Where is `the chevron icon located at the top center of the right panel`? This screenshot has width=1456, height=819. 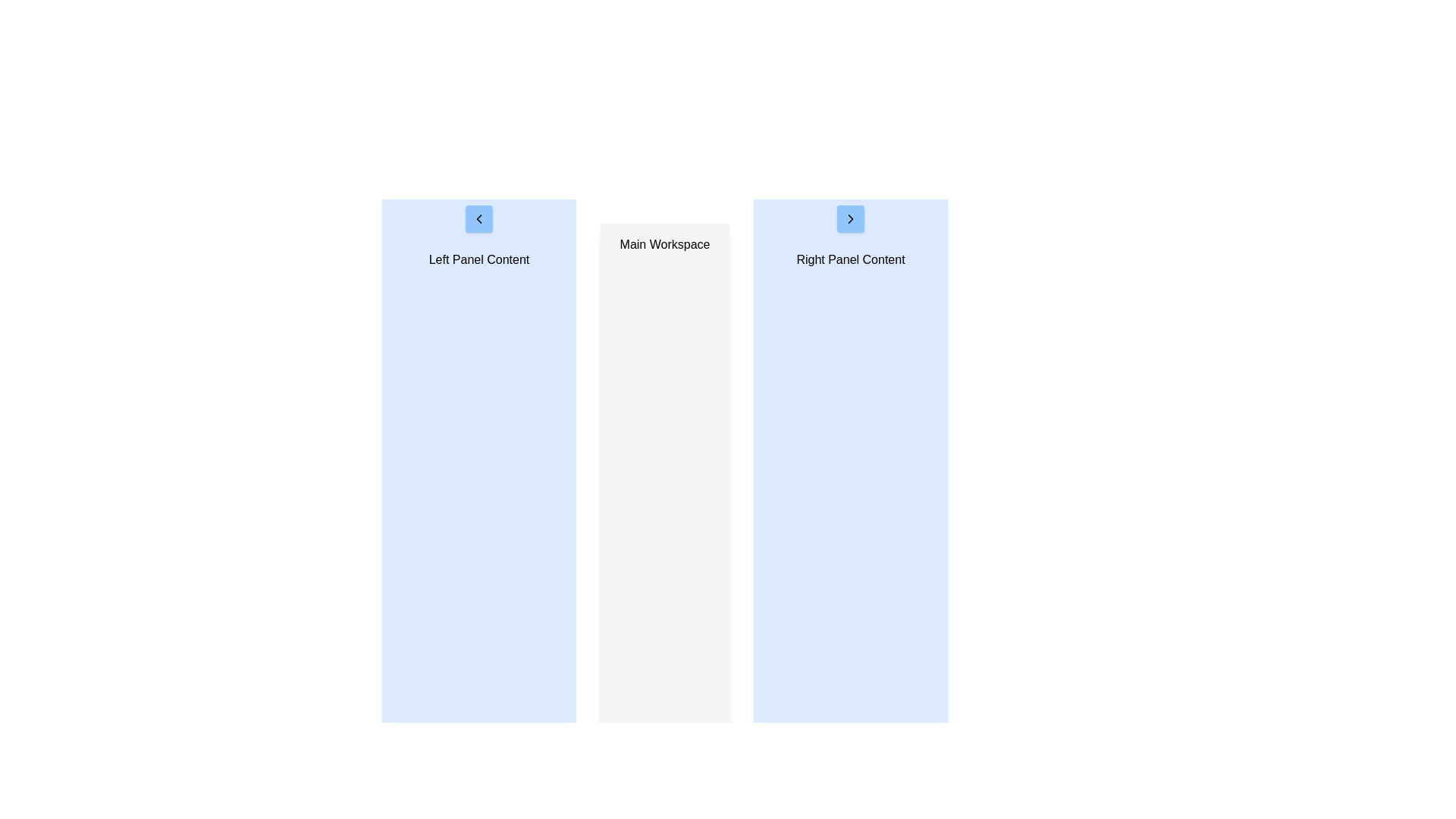
the chevron icon located at the top center of the right panel is located at coordinates (851, 219).